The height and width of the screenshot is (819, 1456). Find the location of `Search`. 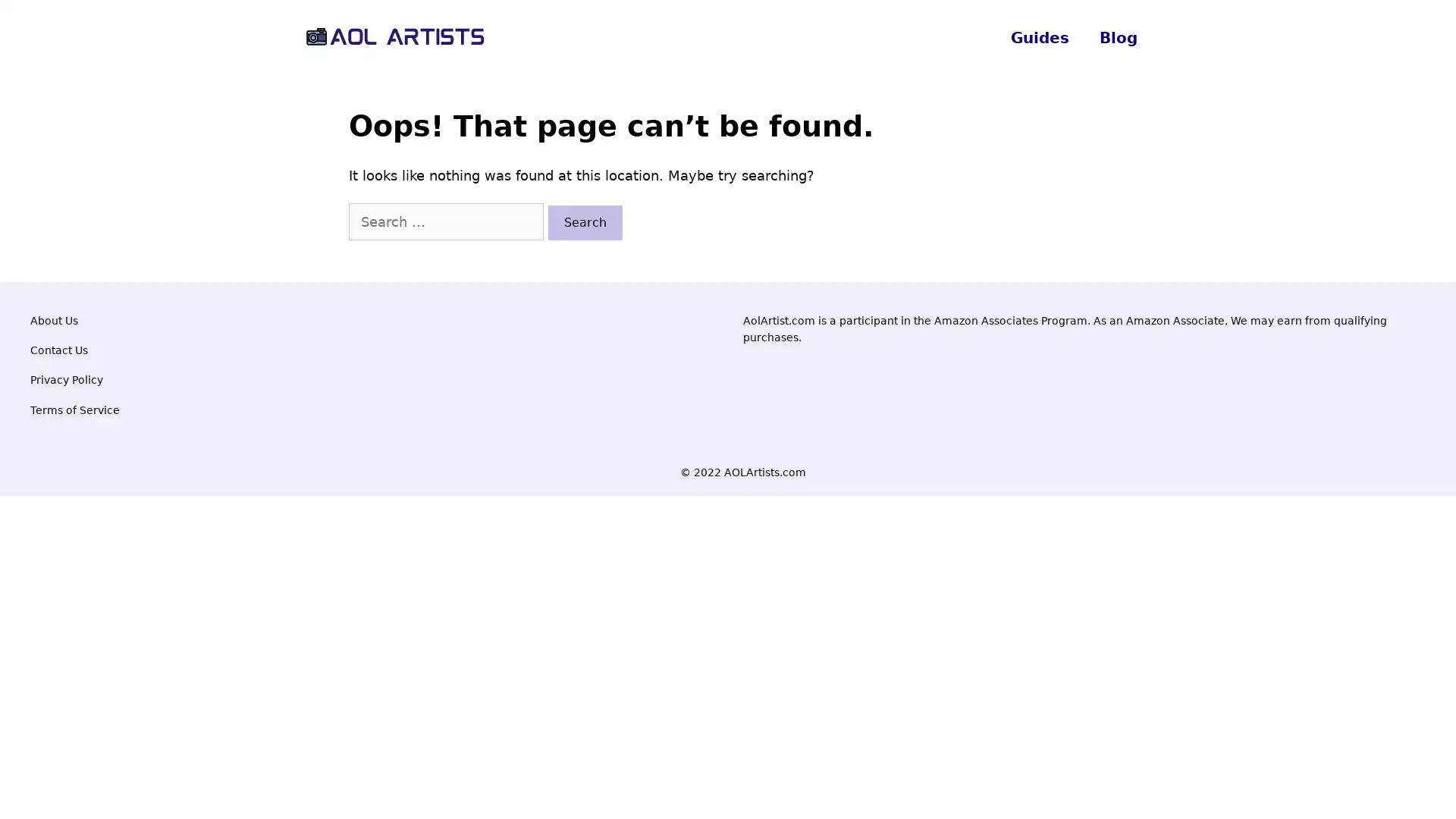

Search is located at coordinates (585, 222).